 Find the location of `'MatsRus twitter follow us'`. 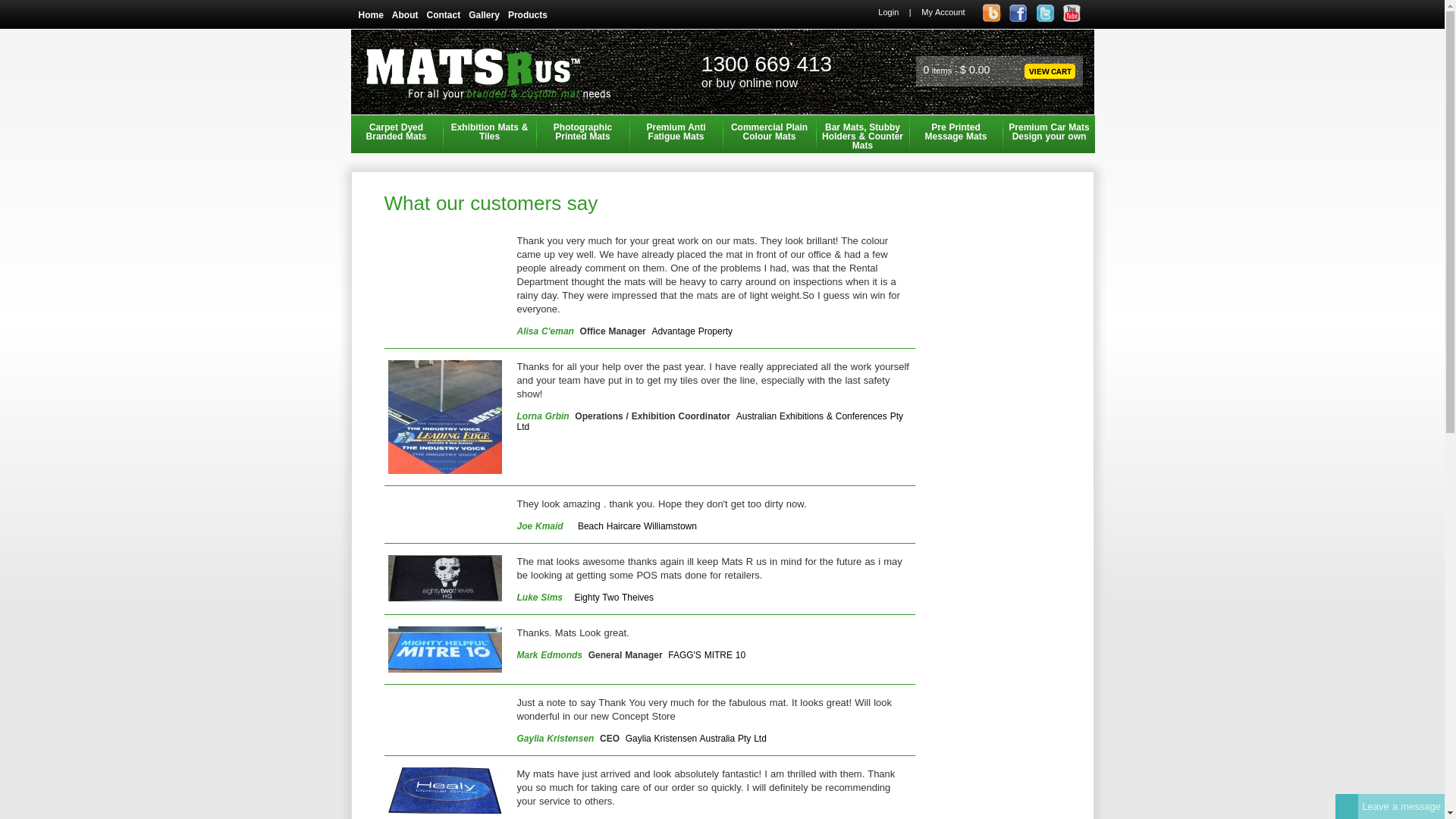

'MatsRus twitter follow us' is located at coordinates (1044, 13).